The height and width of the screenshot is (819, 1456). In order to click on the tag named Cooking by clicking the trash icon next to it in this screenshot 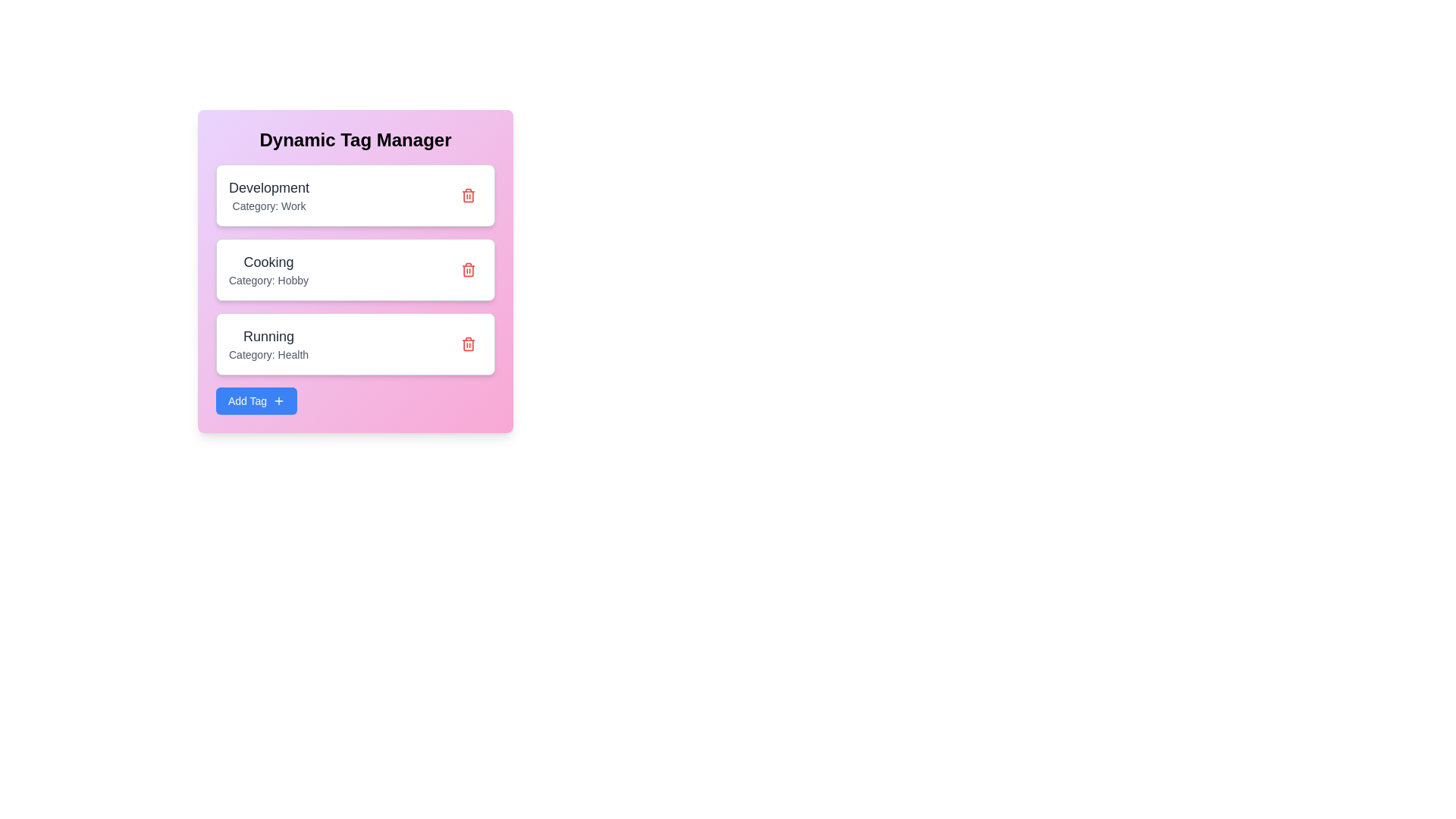, I will do `click(468, 268)`.